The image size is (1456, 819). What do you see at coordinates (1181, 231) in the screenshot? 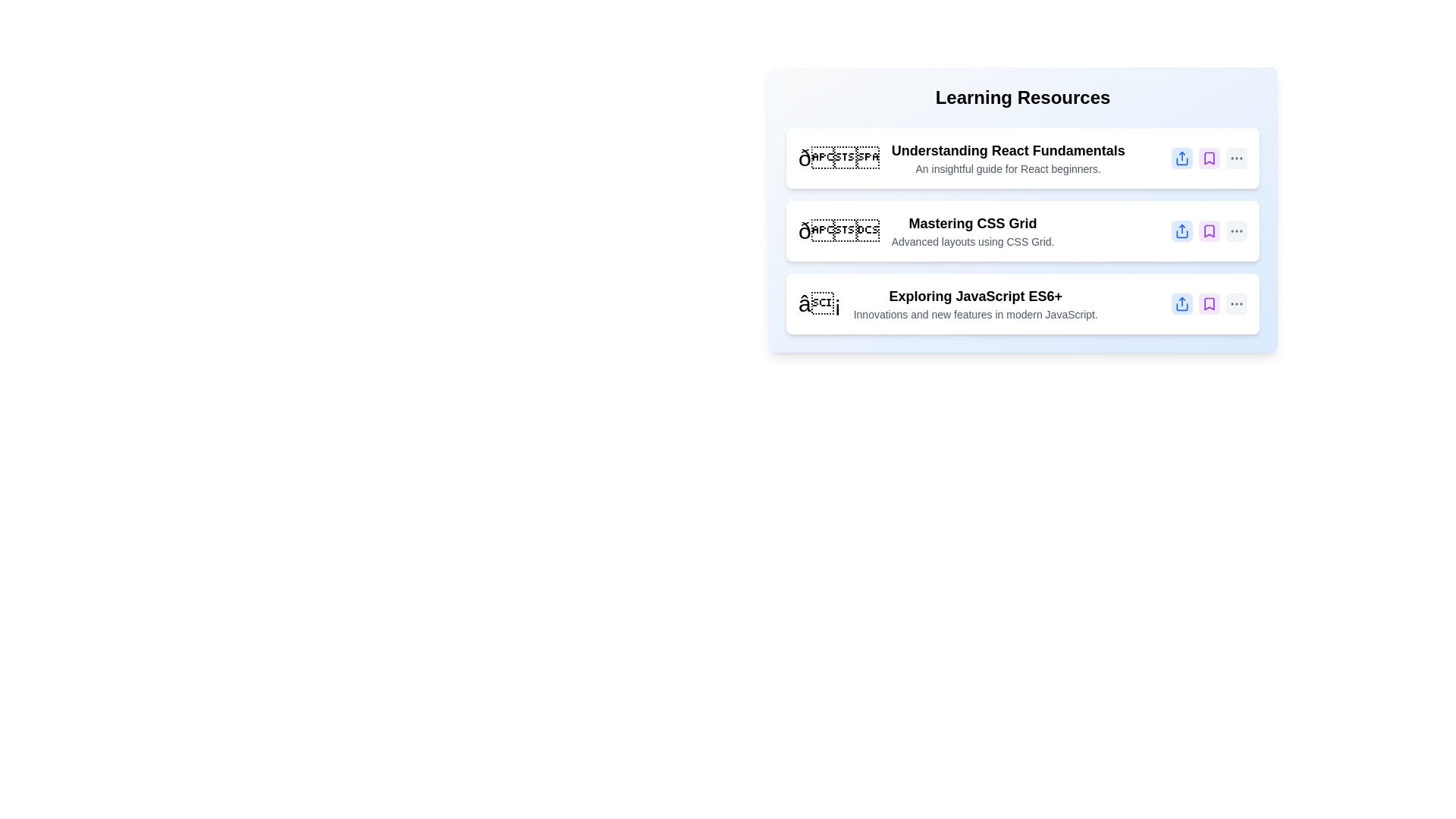
I see `Share button for the item titled 'Mastering CSS Grid'` at bounding box center [1181, 231].